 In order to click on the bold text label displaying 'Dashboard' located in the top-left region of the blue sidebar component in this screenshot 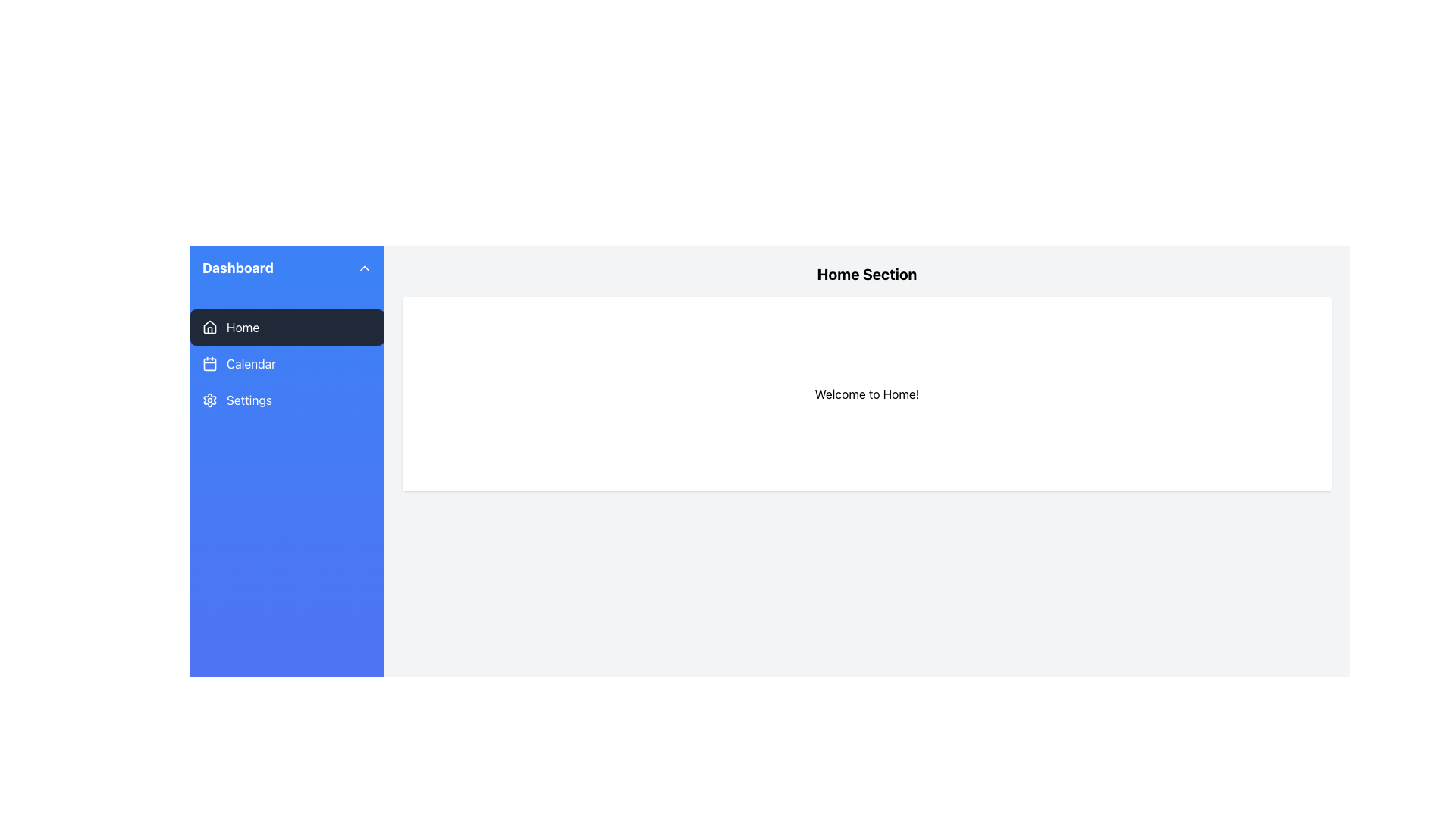, I will do `click(237, 268)`.